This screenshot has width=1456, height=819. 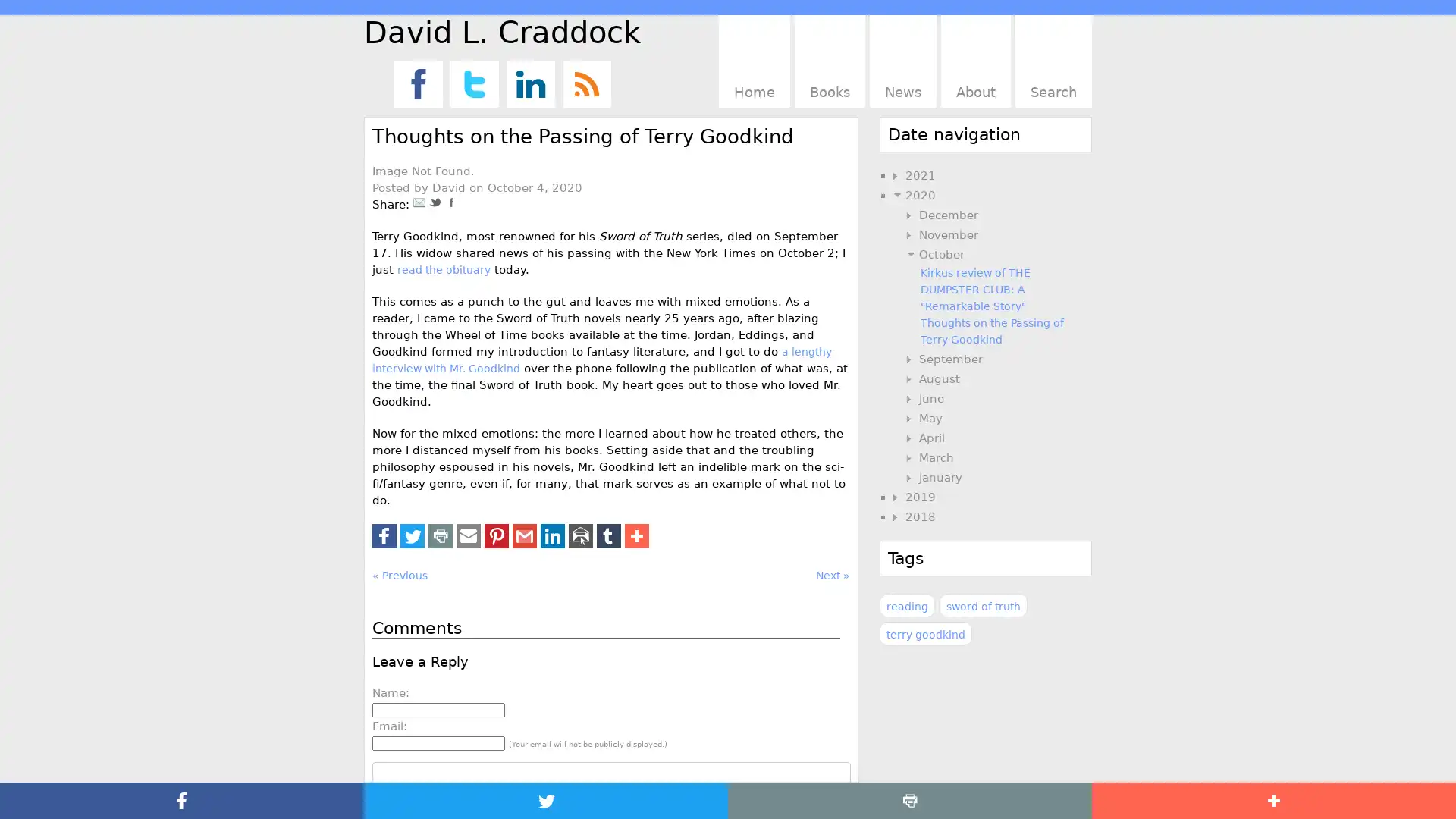 I want to click on Share to More, so click(x=637, y=535).